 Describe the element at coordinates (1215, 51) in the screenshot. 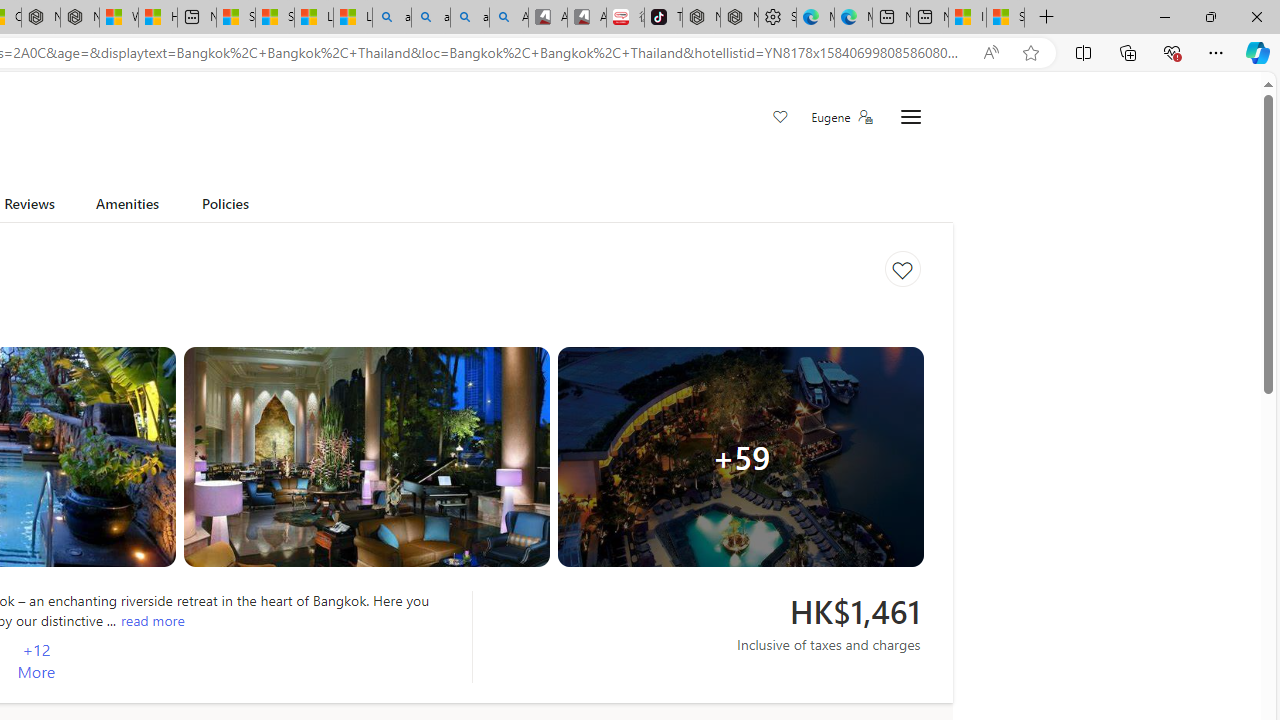

I see `'Settings and more (Alt+F)'` at that location.